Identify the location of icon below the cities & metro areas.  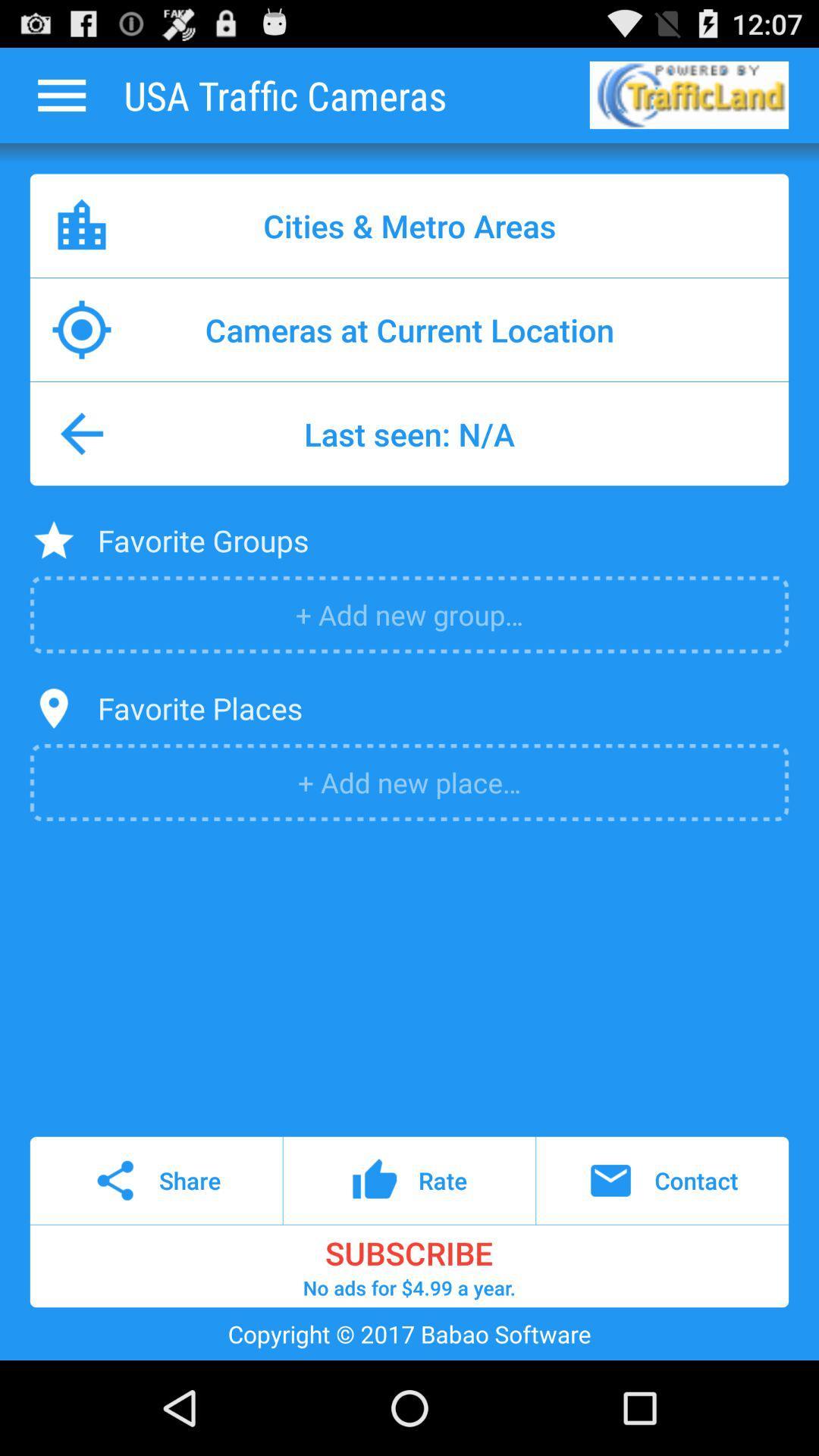
(409, 329).